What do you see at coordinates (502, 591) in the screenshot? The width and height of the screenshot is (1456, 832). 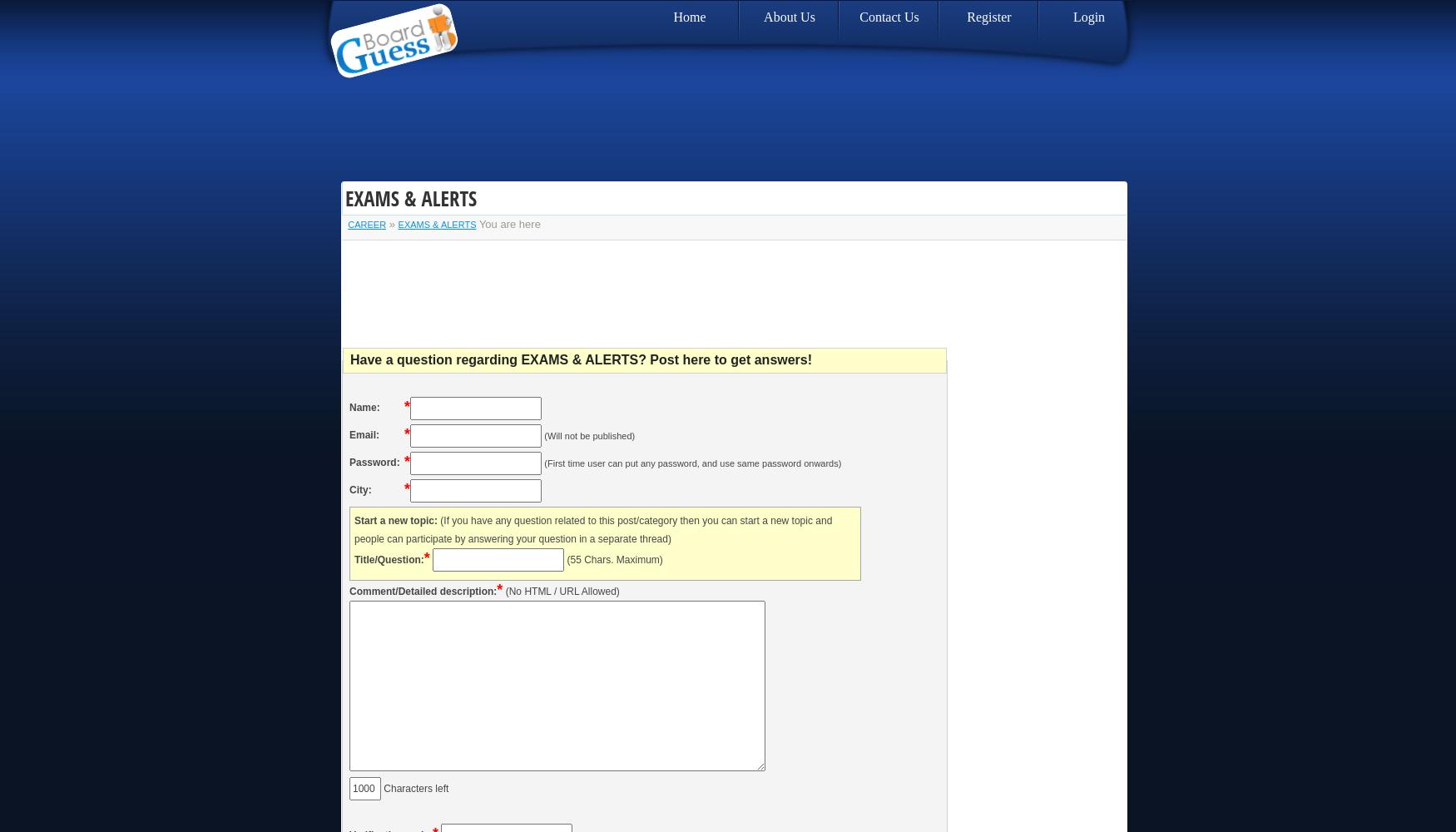 I see `'(No HTML / URL Allowed)'` at bounding box center [502, 591].